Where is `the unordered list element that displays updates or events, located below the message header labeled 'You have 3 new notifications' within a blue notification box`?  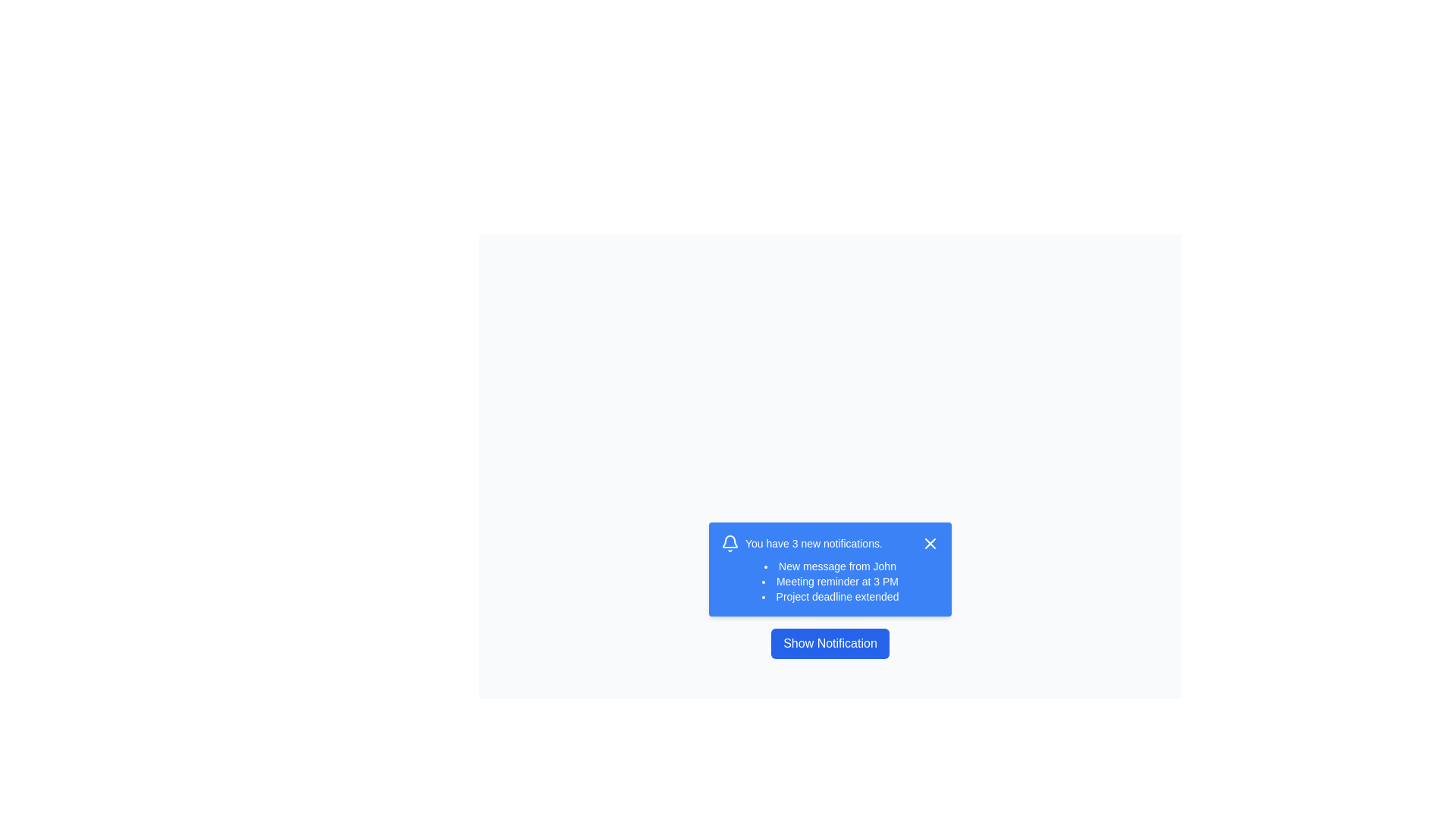
the unordered list element that displays updates or events, located below the message header labeled 'You have 3 new notifications' within a blue notification box is located at coordinates (829, 581).